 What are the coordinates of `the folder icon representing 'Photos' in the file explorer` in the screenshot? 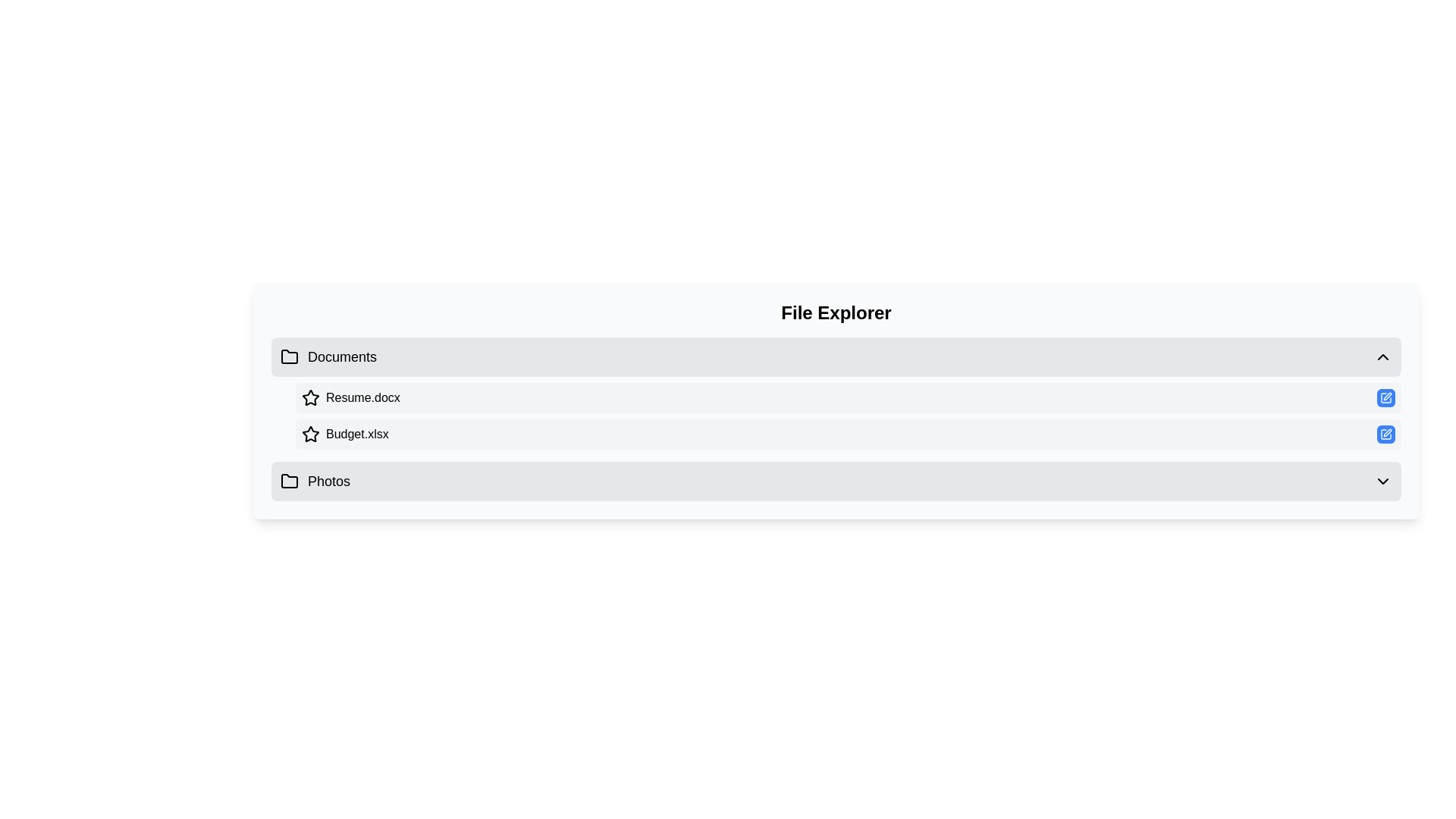 It's located at (290, 481).